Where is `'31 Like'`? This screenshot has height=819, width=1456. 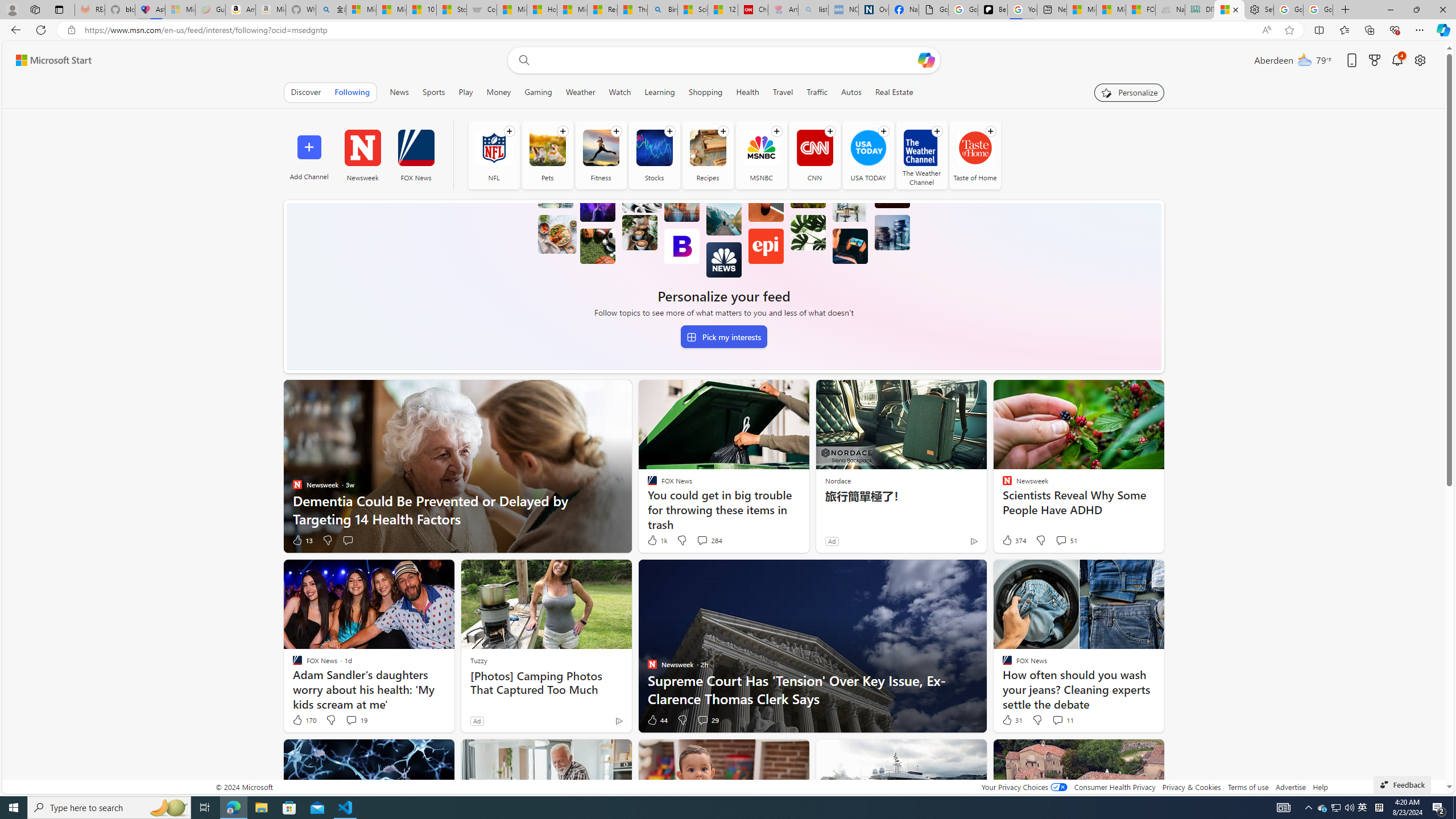
'31 Like' is located at coordinates (1011, 719).